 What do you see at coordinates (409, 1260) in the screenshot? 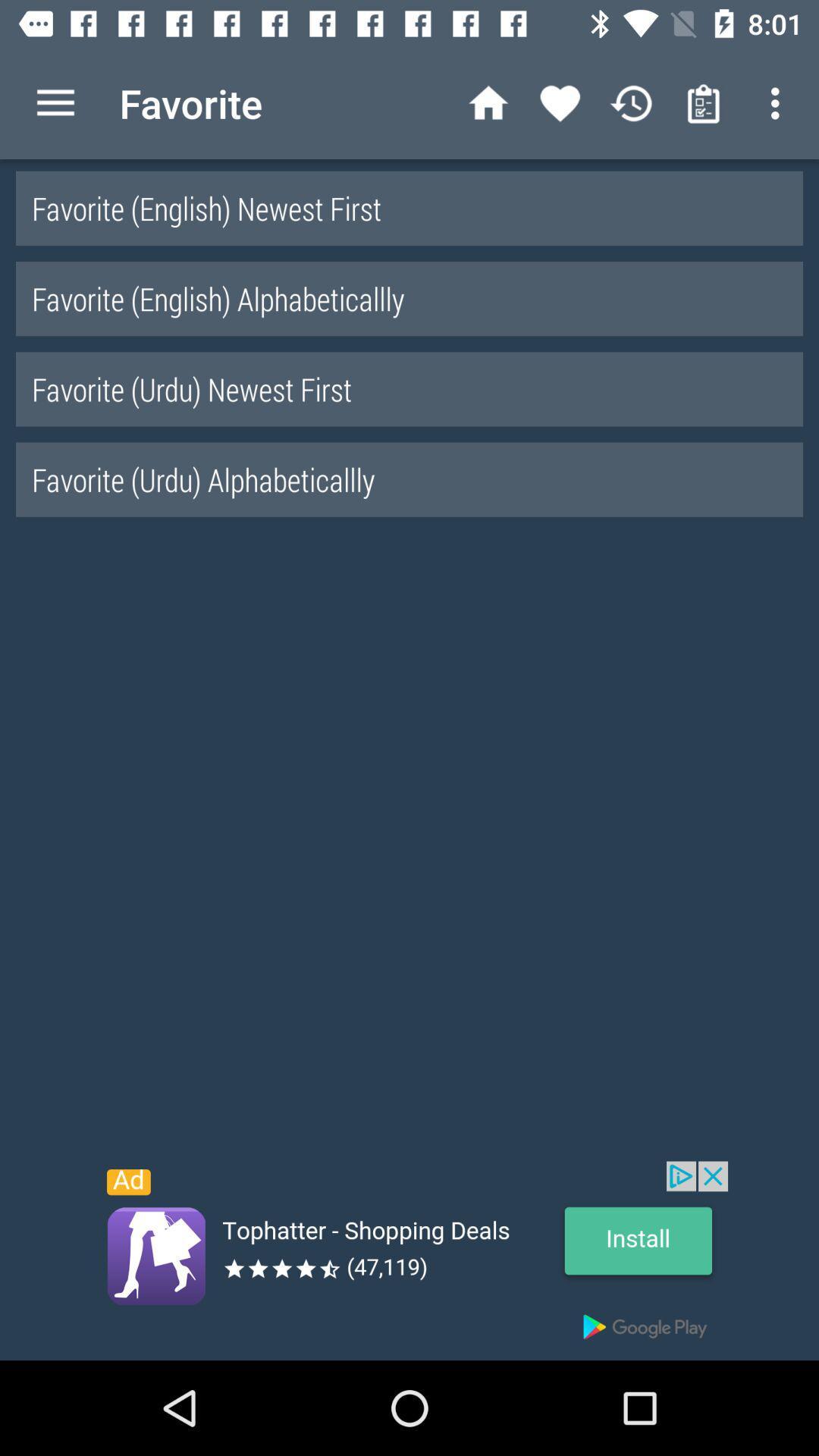
I see `tophatter shopping link` at bounding box center [409, 1260].